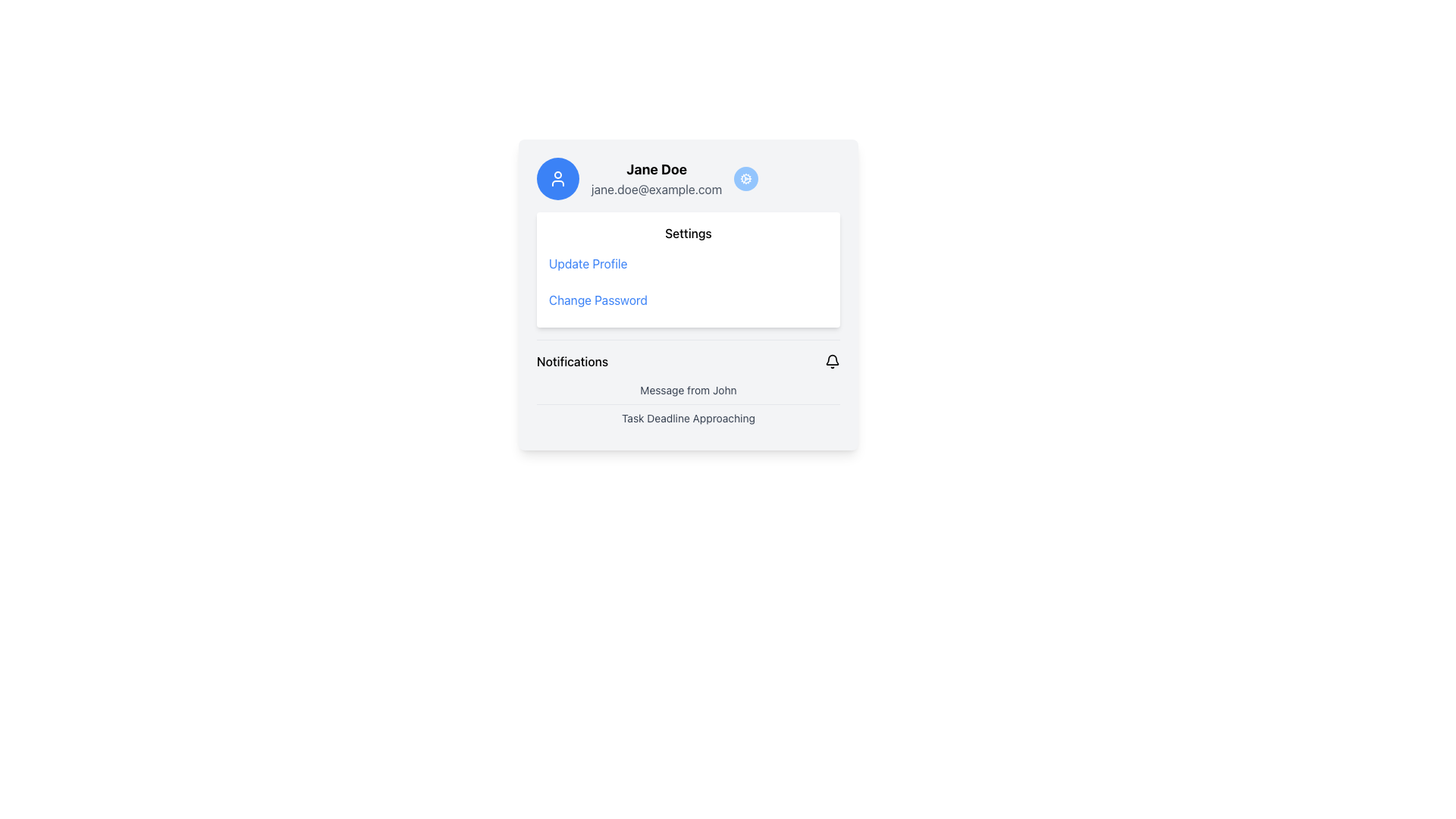  What do you see at coordinates (657, 169) in the screenshot?
I see `the text label displaying 'Jane Doe', which is styled in bold and larger font, positioned above the email address 'jane.doe@example.com' and to the right of a user profile icon` at bounding box center [657, 169].